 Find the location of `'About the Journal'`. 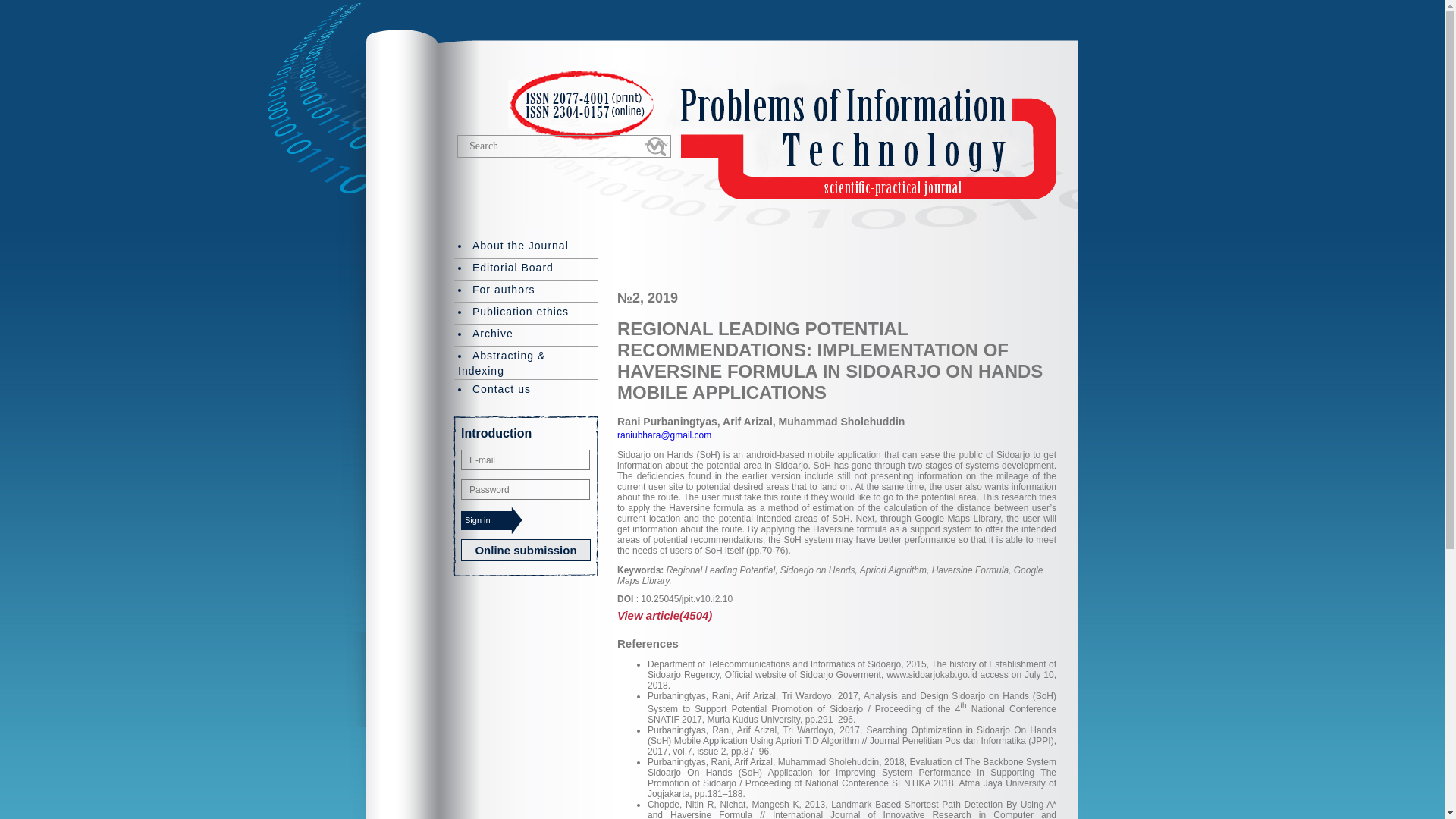

'About the Journal' is located at coordinates (453, 246).